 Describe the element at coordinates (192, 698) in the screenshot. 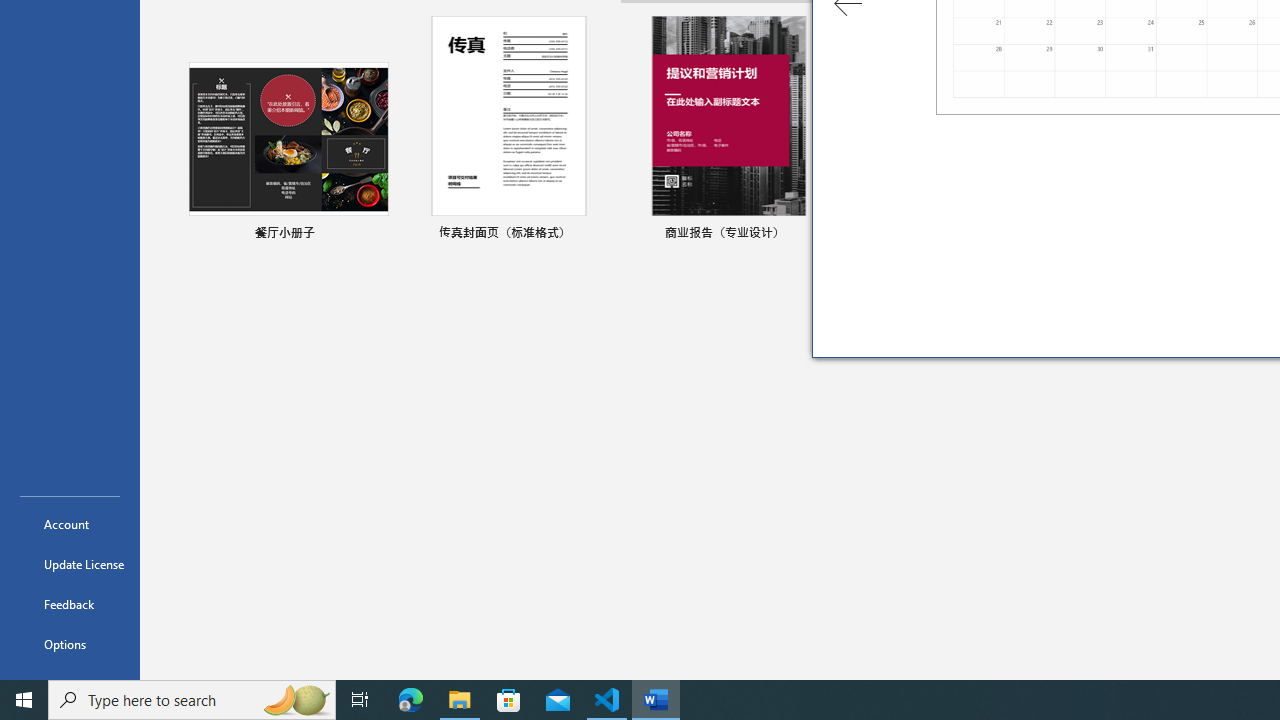

I see `'Type here to search'` at that location.